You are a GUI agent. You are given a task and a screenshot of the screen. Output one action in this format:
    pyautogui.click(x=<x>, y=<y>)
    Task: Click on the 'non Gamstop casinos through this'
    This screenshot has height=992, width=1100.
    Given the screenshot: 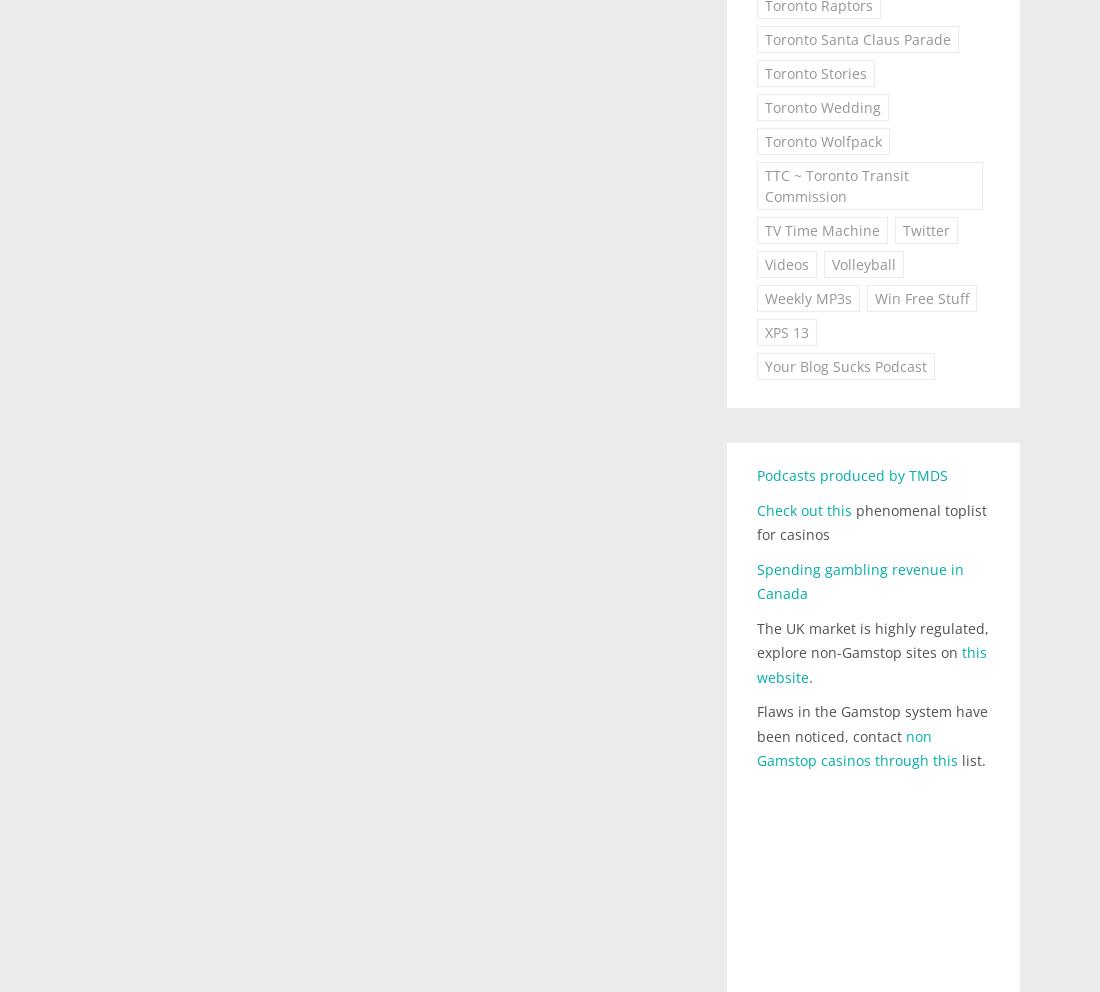 What is the action you would take?
    pyautogui.click(x=755, y=746)
    